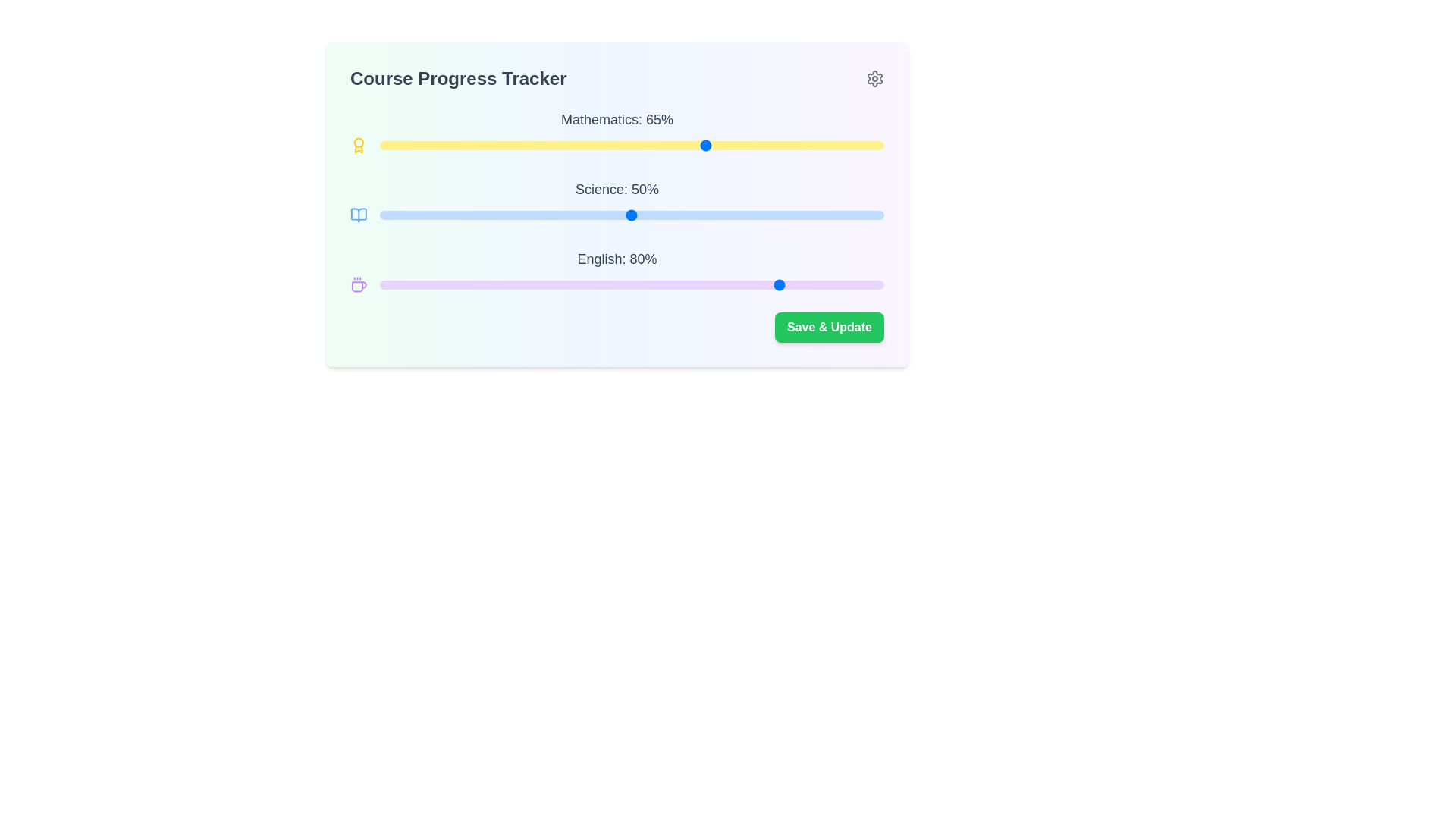  Describe the element at coordinates (829, 327) in the screenshot. I see `the save button located at the bottom-right corner of the primary user interface panel to change its color` at that location.